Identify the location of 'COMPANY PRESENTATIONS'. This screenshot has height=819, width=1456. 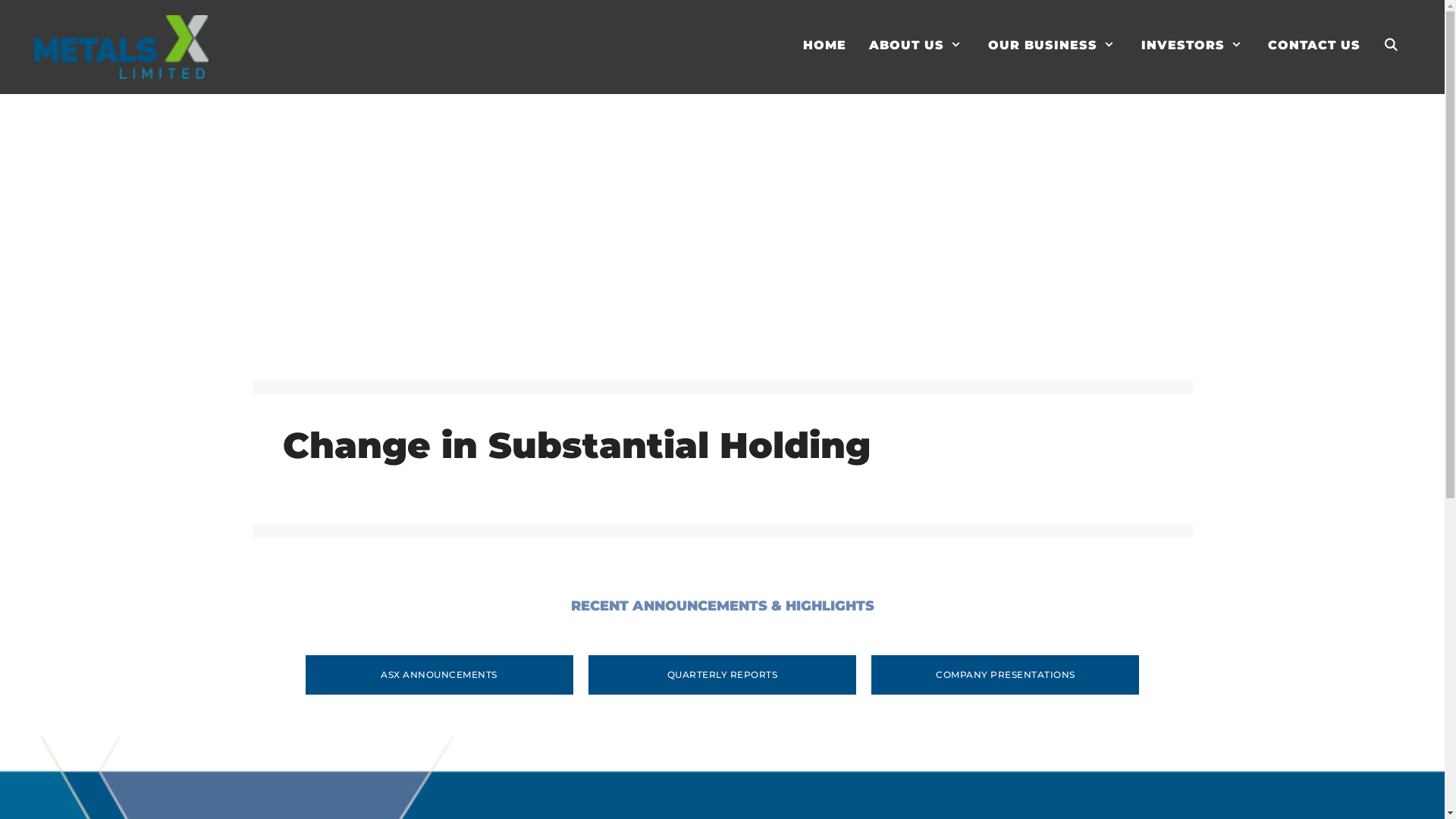
(871, 674).